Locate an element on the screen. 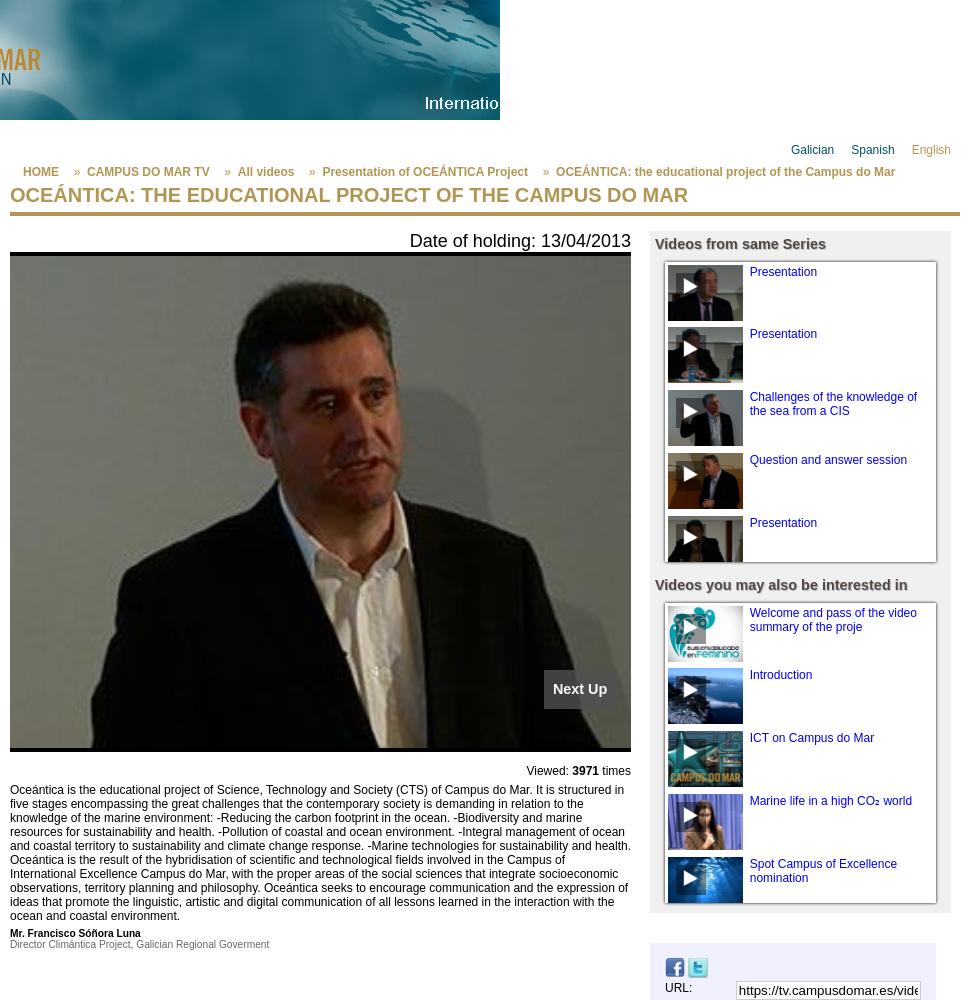 This screenshot has height=1000, width=980. 'Marine life in a high CO₂ world' is located at coordinates (830, 800).